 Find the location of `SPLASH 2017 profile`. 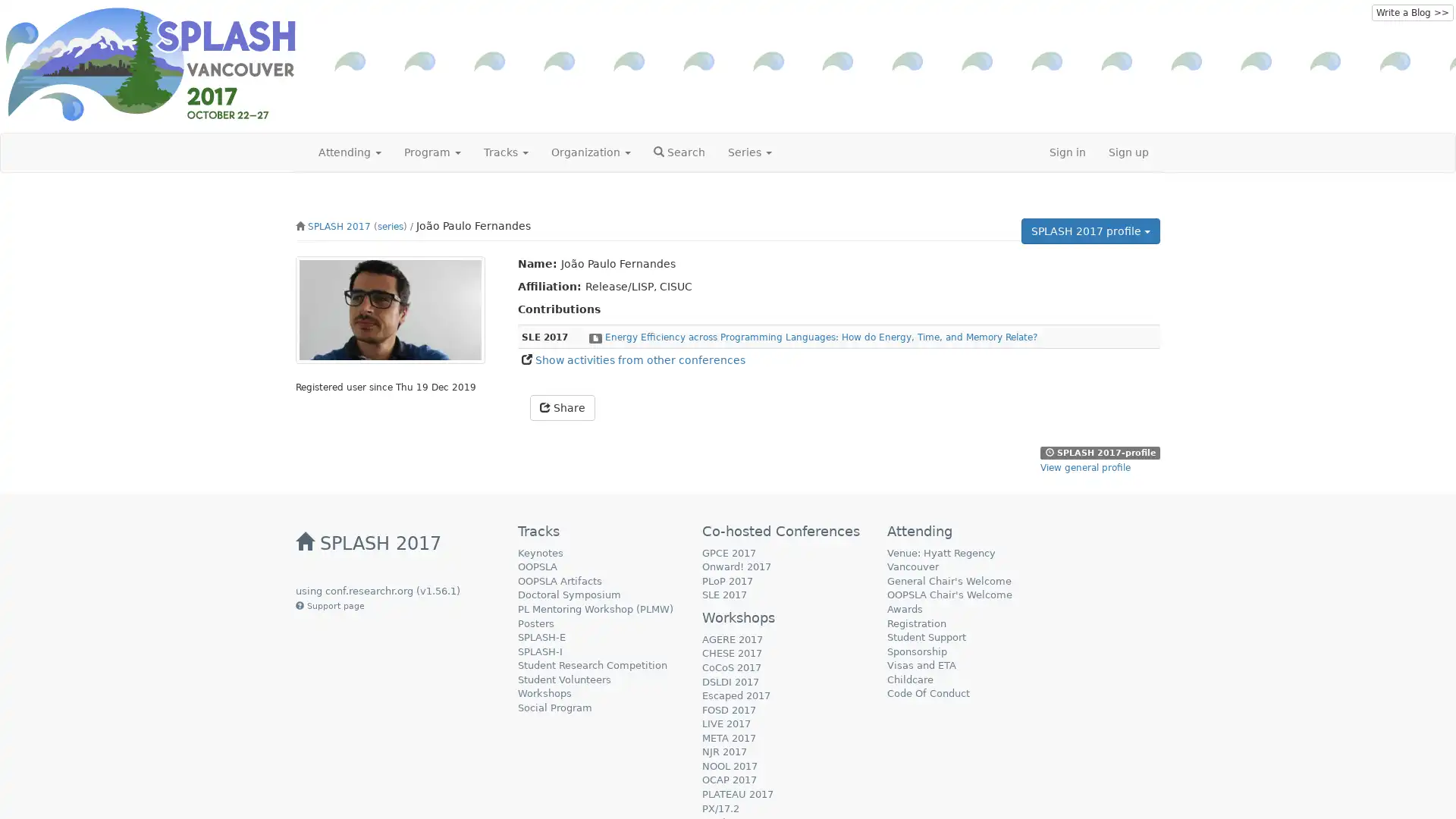

SPLASH 2017 profile is located at coordinates (1090, 231).